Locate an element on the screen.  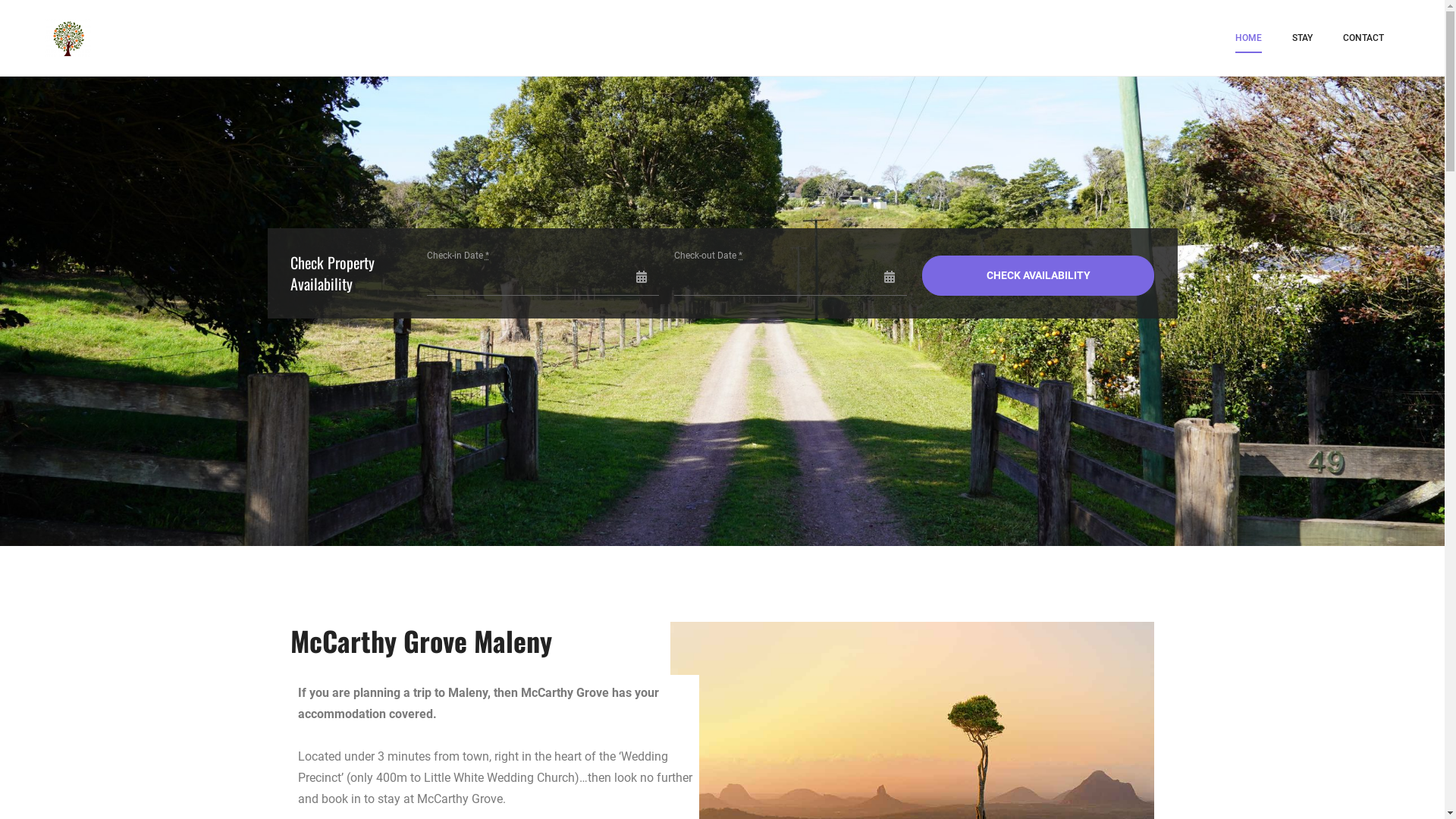
'49 McCarthy Rd, Maleny Queesnland' is located at coordinates (720, 518).